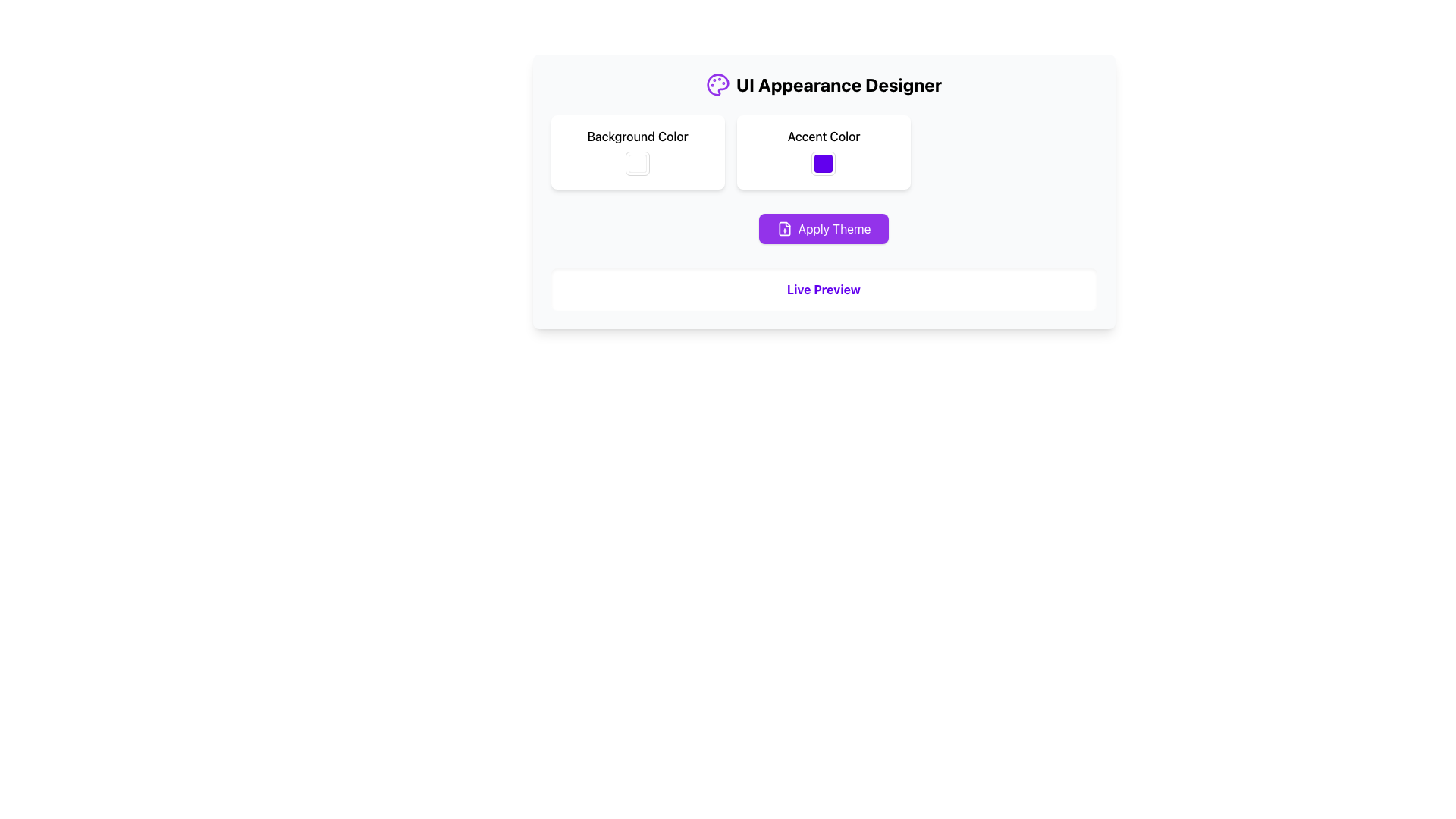  Describe the element at coordinates (638, 164) in the screenshot. I see `the Color block indicator located within the 'Background Color' box in the 'UI Appearance Designer' control panel` at that location.